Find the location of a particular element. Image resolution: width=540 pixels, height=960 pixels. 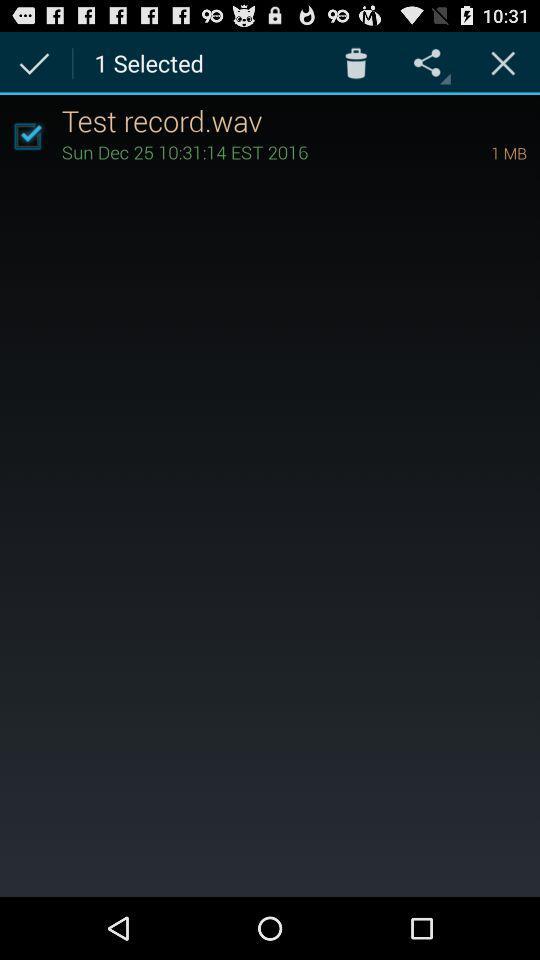

the icon to the right of the sun dec 25 item is located at coordinates (480, 151).